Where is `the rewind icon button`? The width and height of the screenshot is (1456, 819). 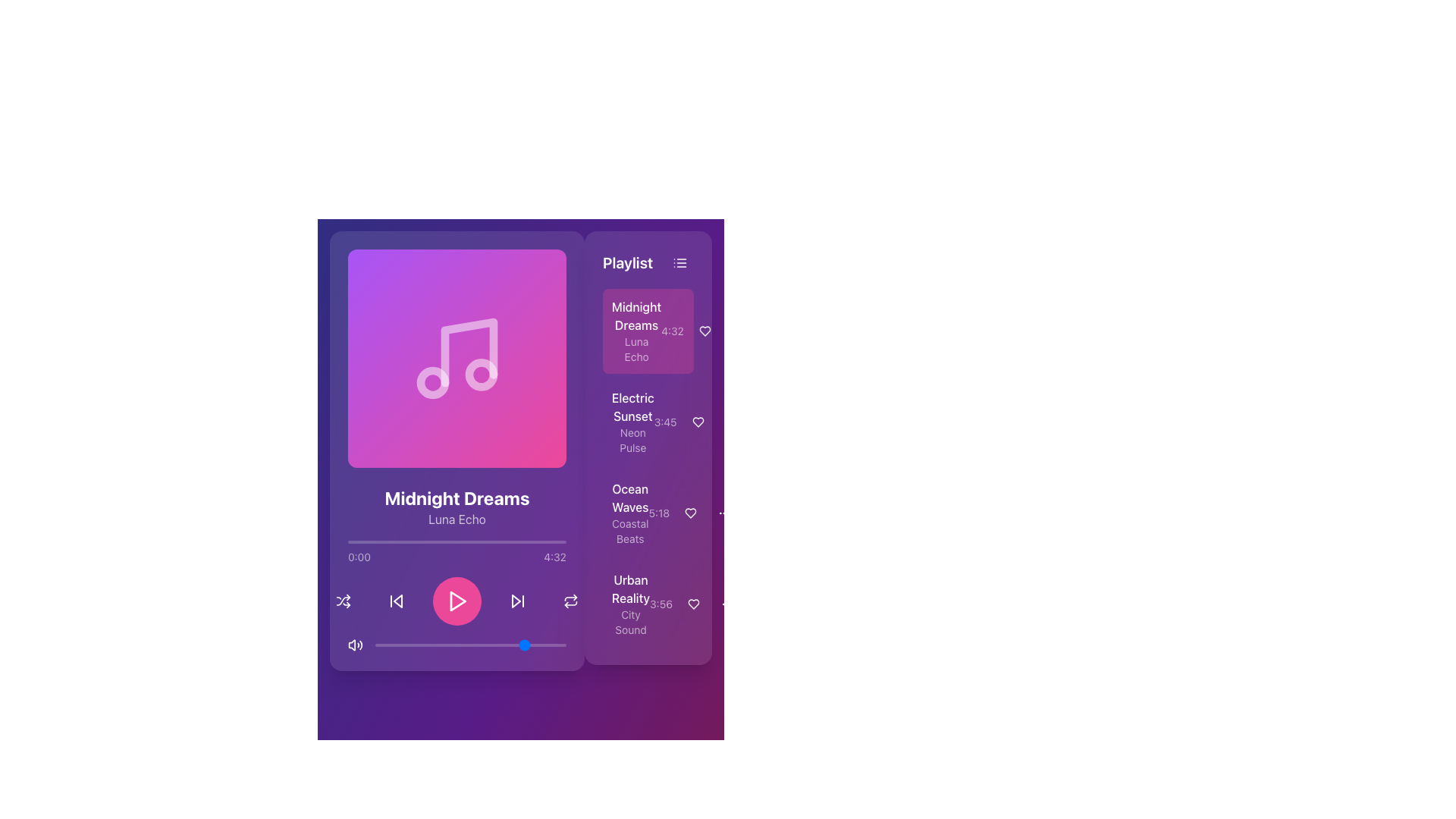 the rewind icon button is located at coordinates (397, 601).